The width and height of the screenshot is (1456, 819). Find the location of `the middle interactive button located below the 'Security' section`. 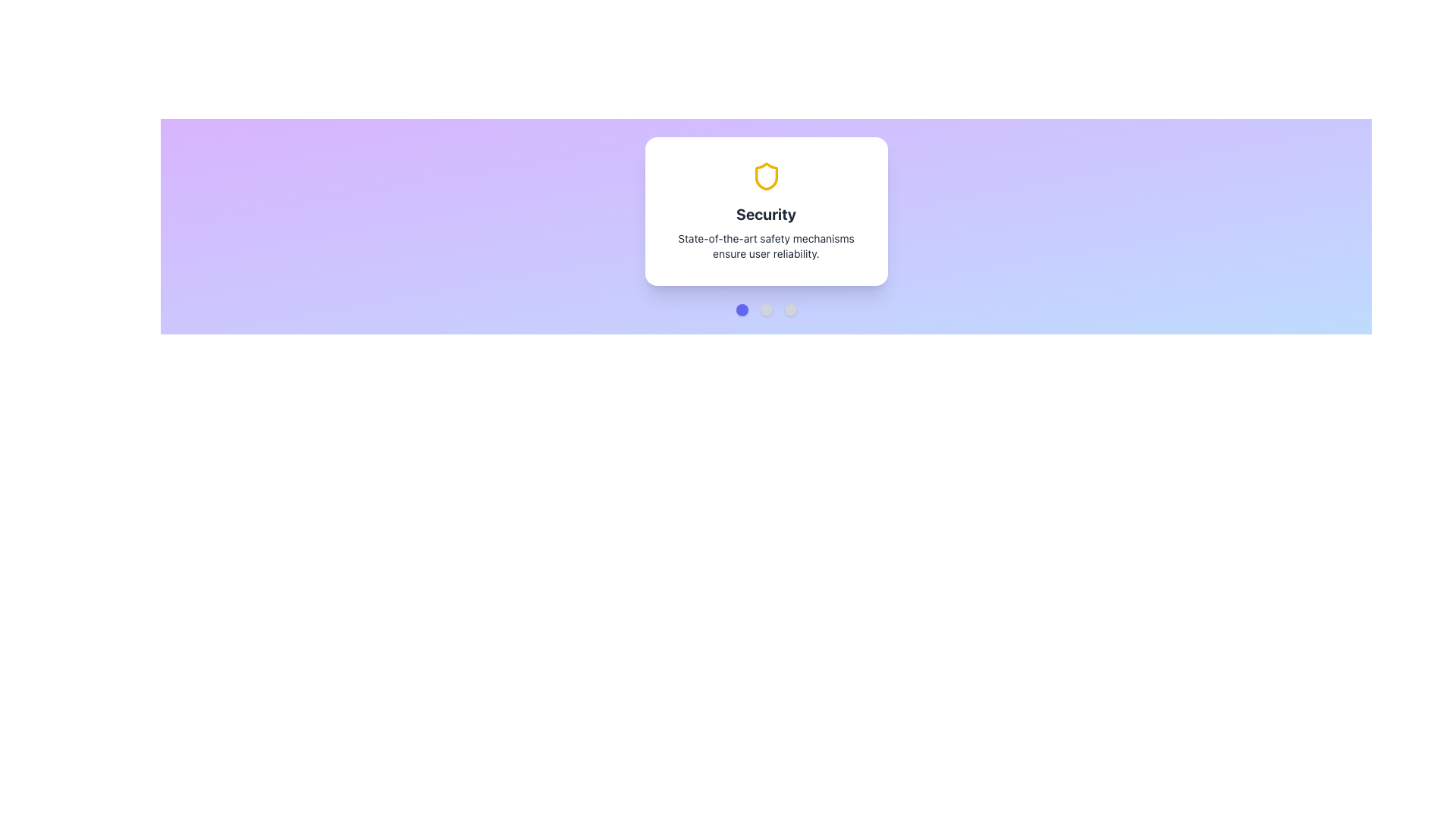

the middle interactive button located below the 'Security' section is located at coordinates (766, 309).